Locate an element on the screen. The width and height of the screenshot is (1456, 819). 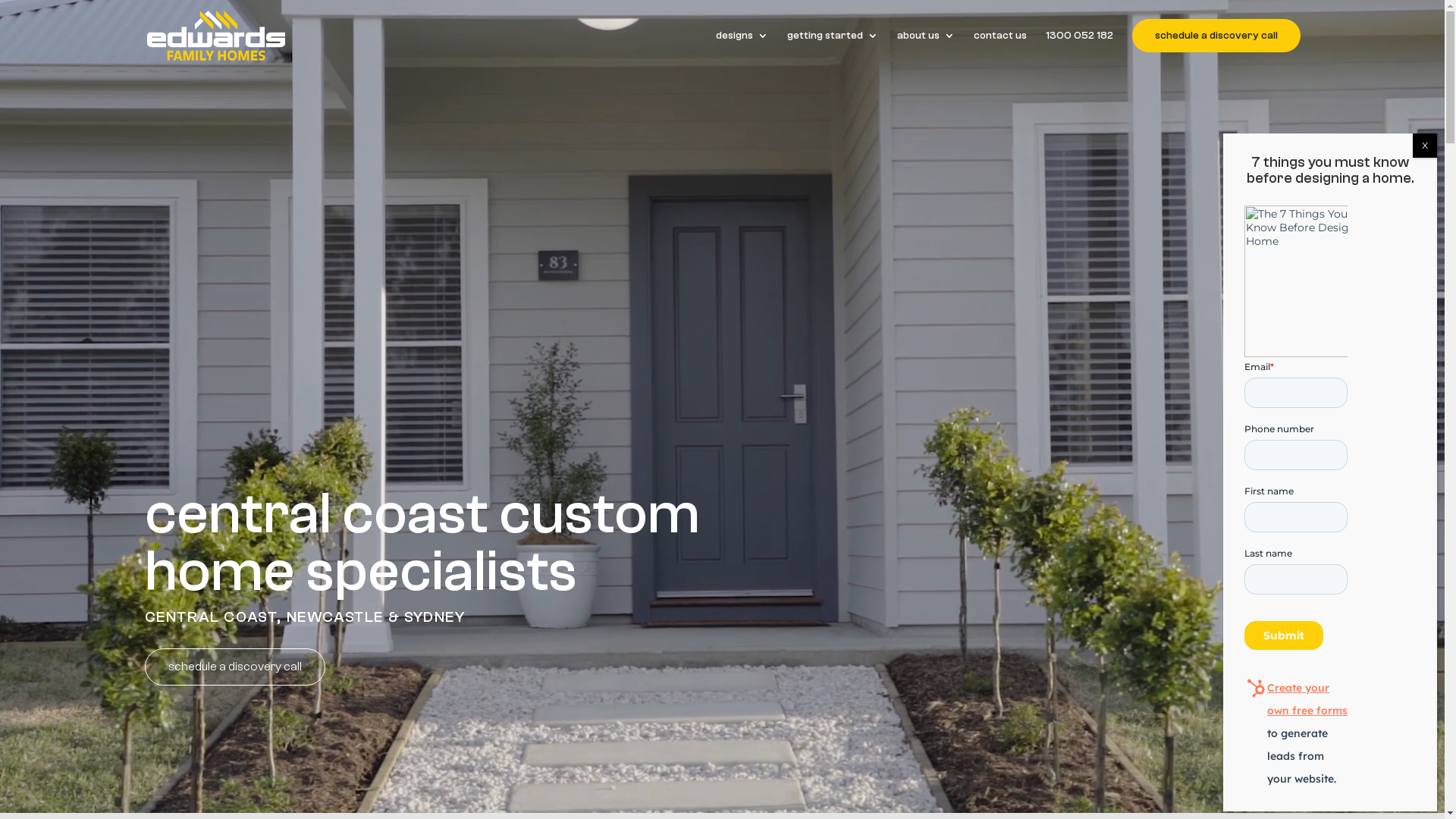
'schedule a discovery call' is located at coordinates (1131, 34).